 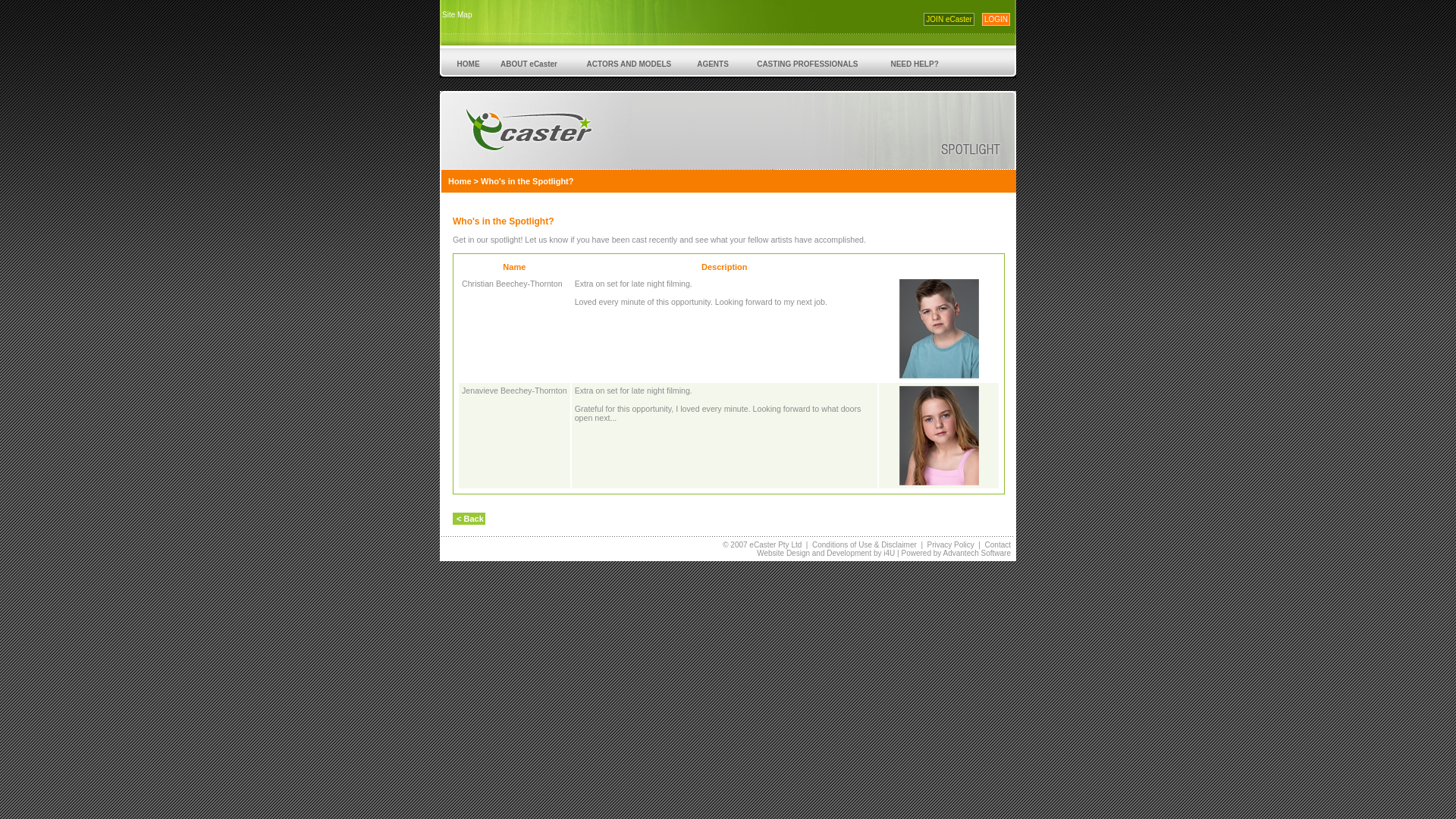 What do you see at coordinates (468, 517) in the screenshot?
I see `' < Back'` at bounding box center [468, 517].